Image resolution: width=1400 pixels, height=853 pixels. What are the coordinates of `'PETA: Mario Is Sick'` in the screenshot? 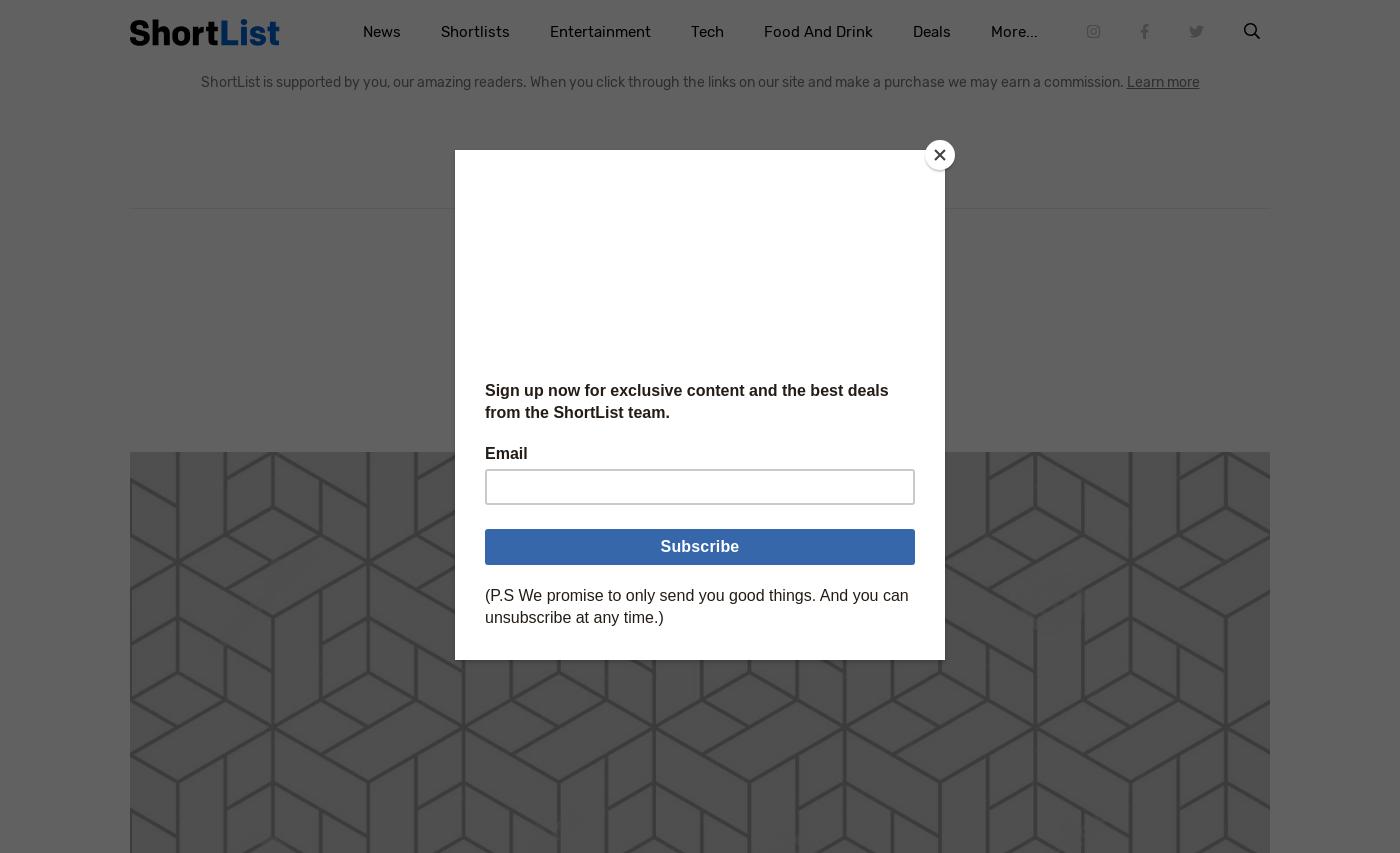 It's located at (699, 291).